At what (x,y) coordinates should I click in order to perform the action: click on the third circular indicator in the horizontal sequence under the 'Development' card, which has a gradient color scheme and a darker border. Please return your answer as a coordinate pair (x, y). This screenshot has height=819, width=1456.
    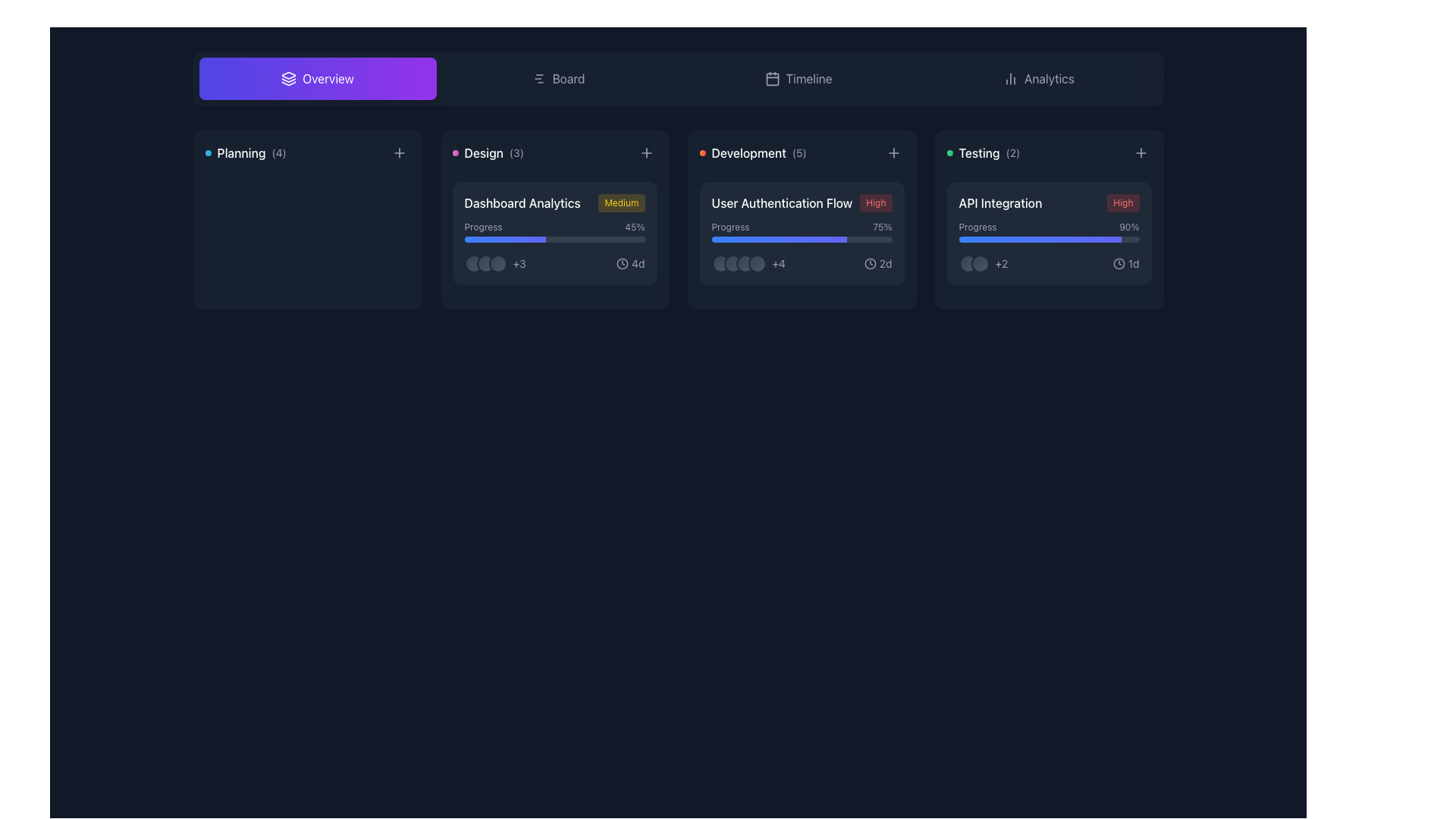
    Looking at the image, I should click on (745, 262).